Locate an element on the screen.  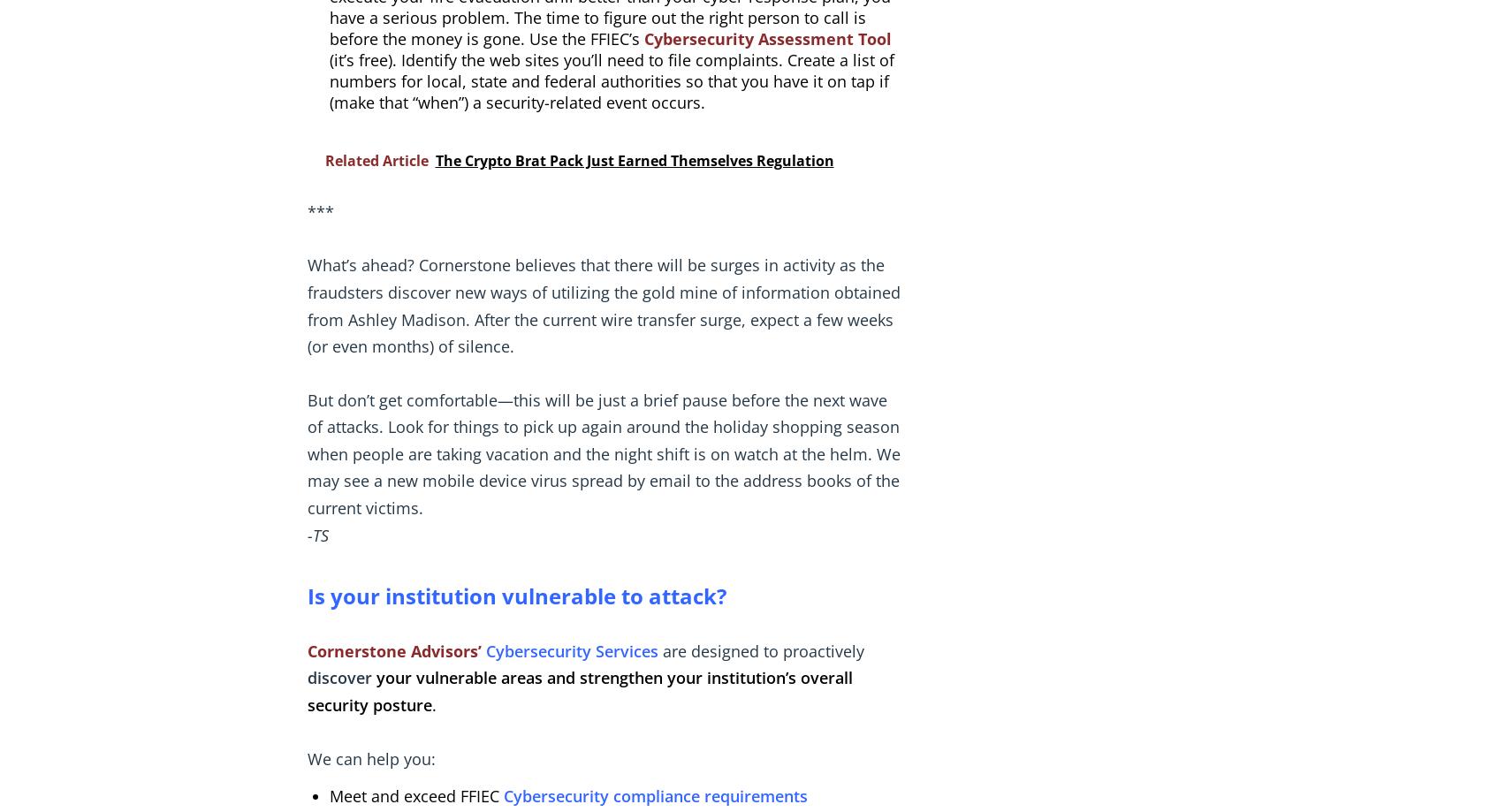
'Cornerstone Advisors’' is located at coordinates (393, 650).